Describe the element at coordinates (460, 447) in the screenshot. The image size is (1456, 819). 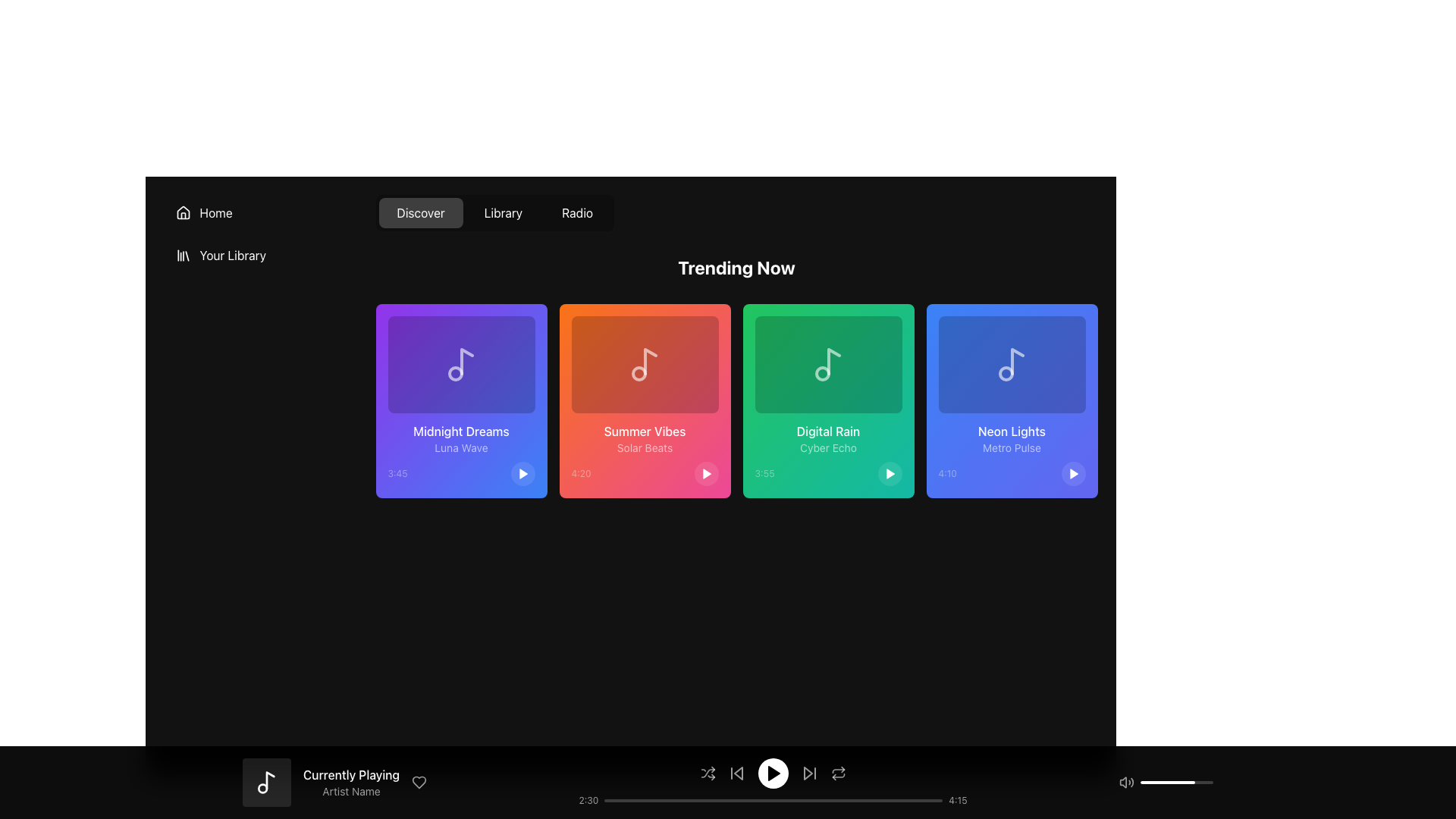
I see `the text label displaying 'Luna Wave' which is positioned below the 'Midnight Dreams' label in the card layout` at that location.